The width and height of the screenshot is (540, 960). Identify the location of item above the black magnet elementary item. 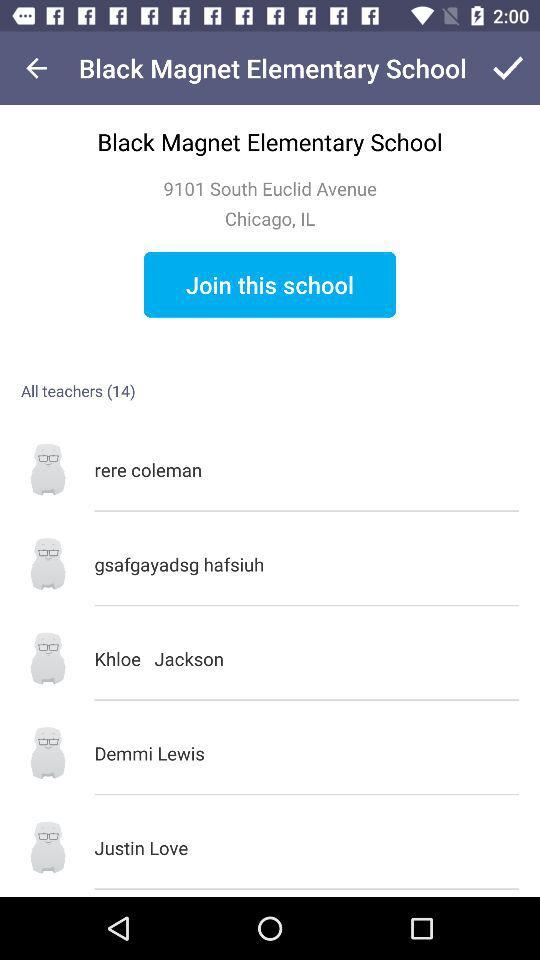
(36, 68).